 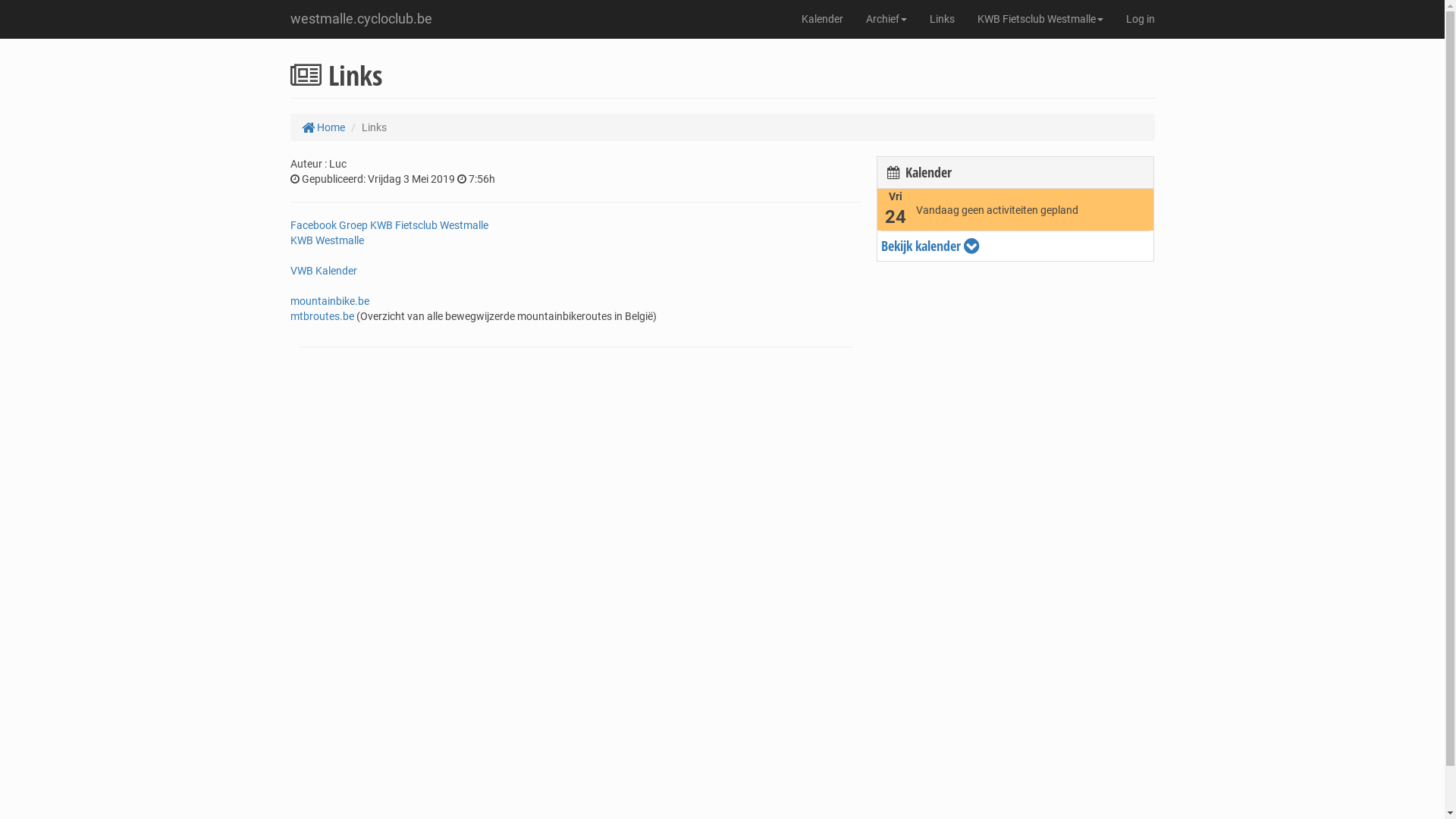 I want to click on 'Archief', so click(x=885, y=18).